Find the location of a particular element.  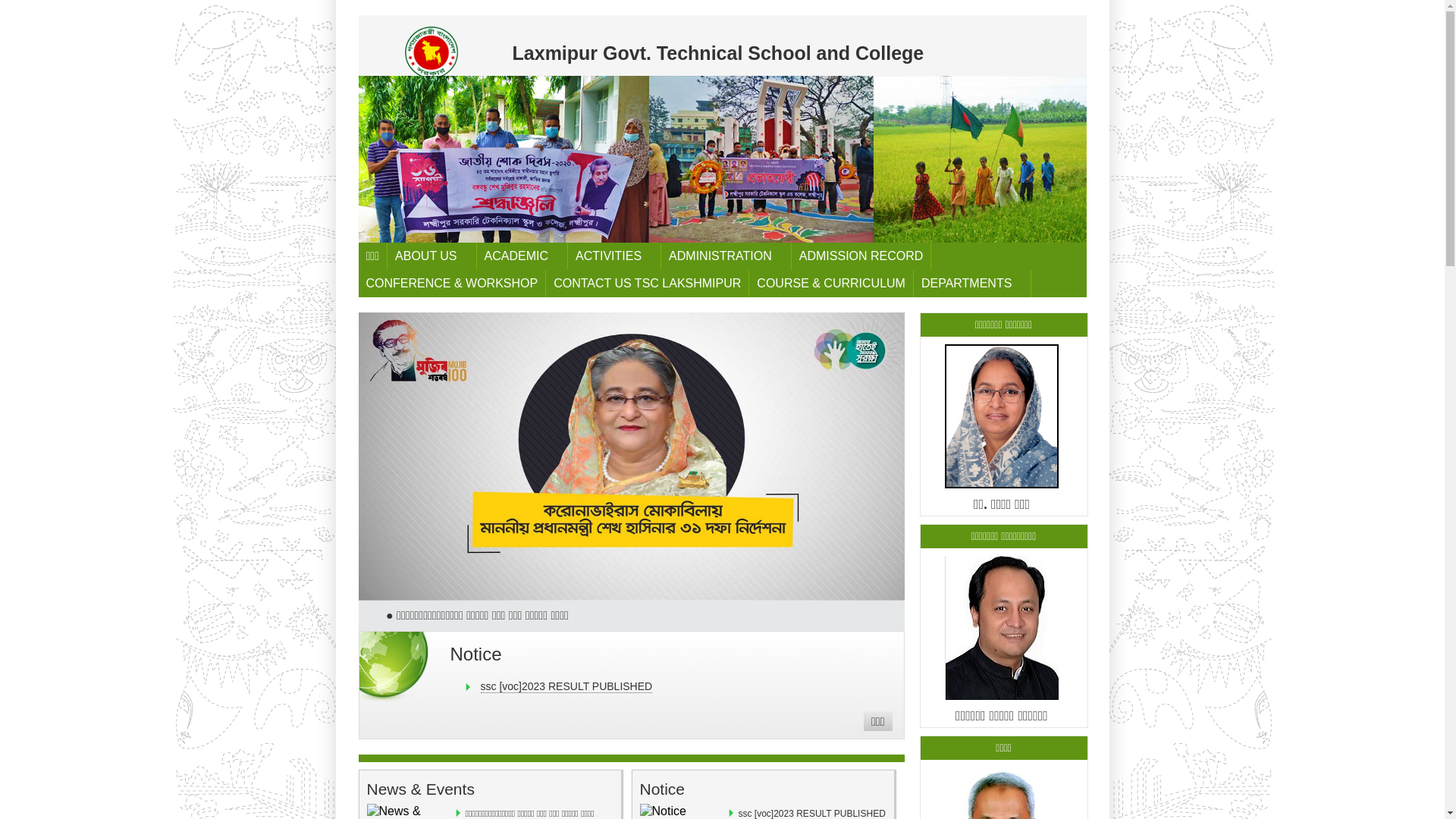

'ABOUT US' is located at coordinates (431, 256).